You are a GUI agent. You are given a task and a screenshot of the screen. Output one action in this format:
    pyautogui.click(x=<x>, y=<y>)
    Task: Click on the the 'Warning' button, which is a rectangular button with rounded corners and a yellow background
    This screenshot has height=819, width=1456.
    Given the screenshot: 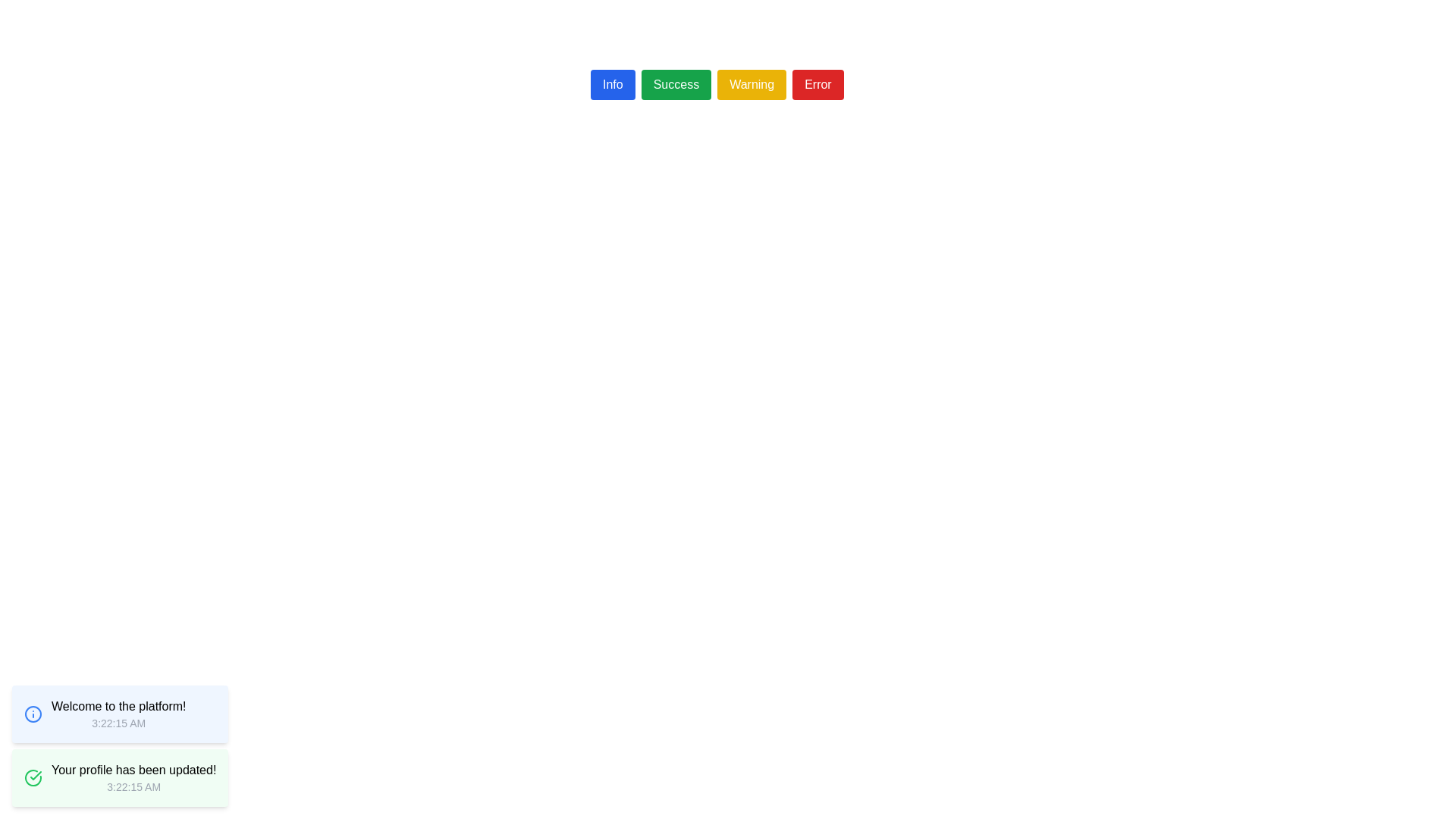 What is the action you would take?
    pyautogui.click(x=752, y=84)
    